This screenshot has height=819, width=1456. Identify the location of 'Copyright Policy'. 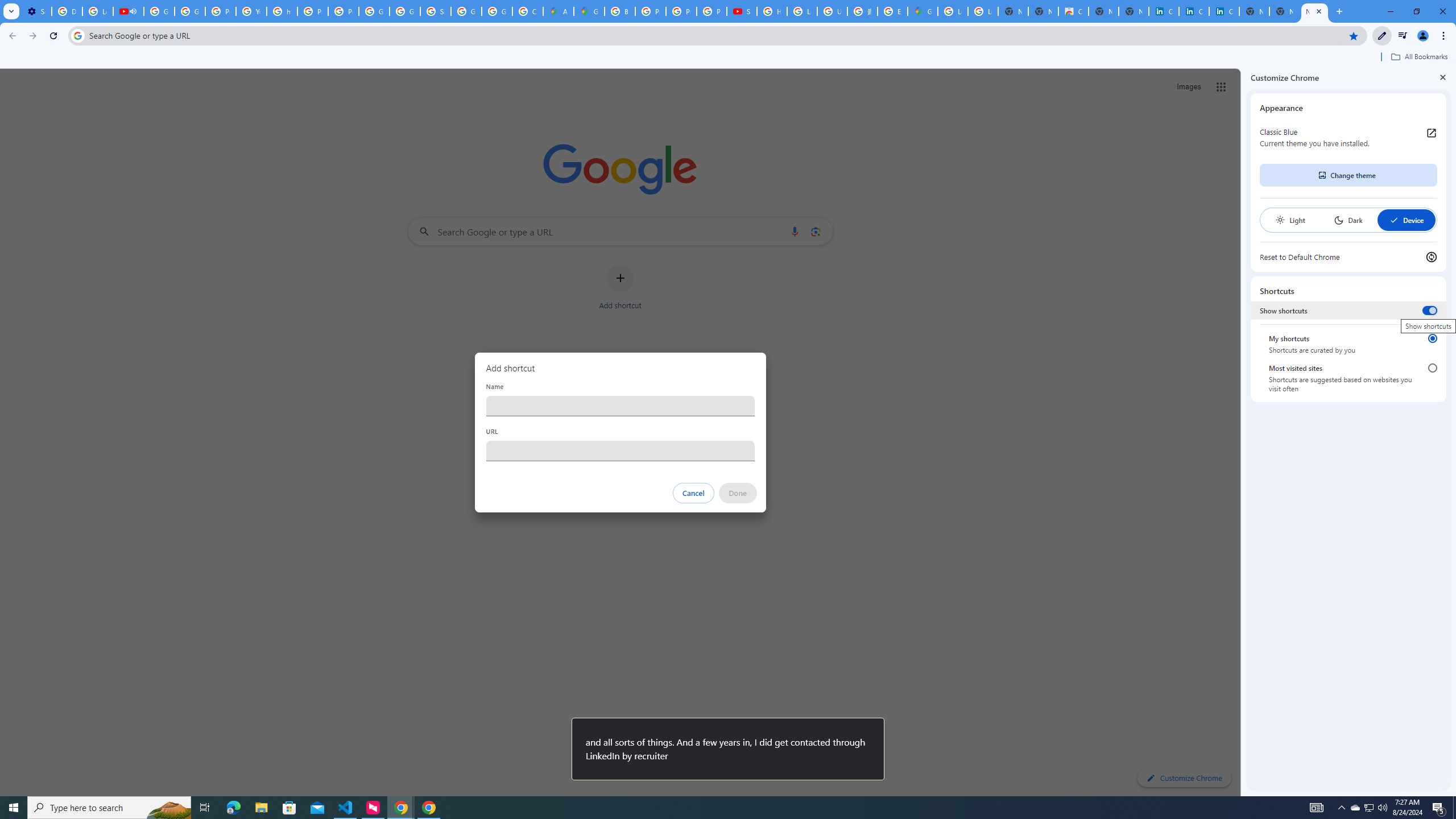
(1224, 11).